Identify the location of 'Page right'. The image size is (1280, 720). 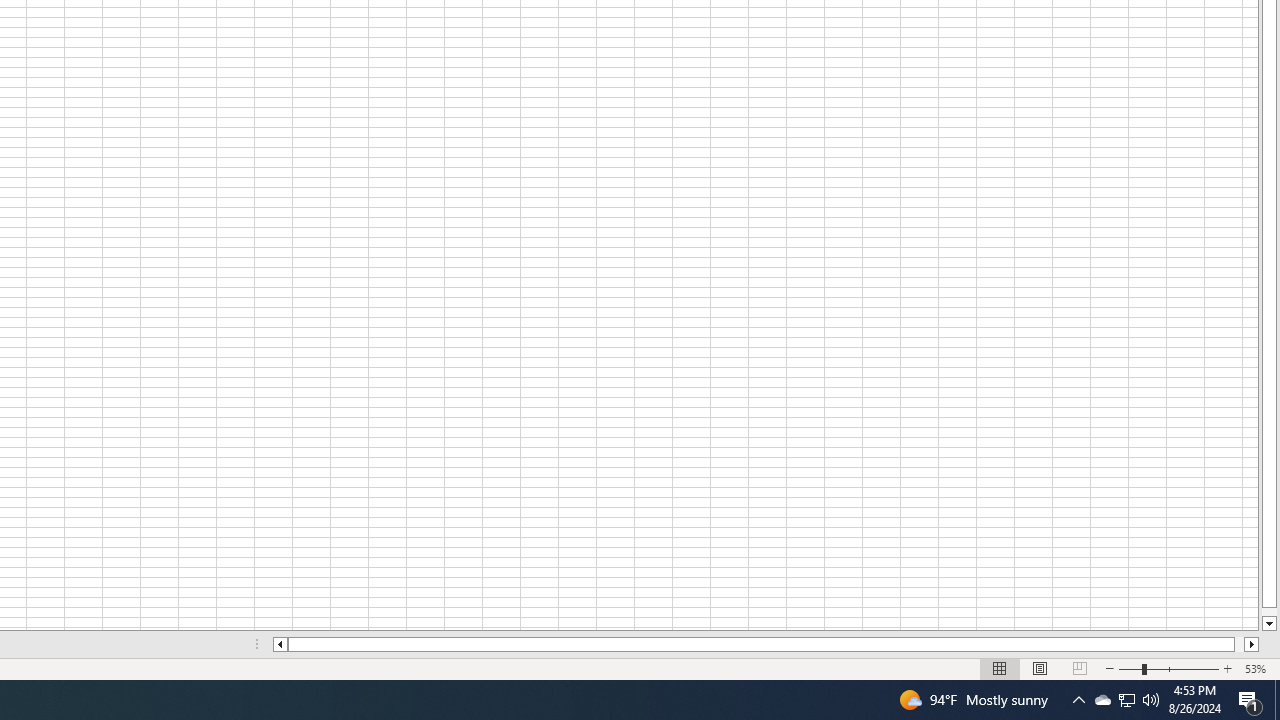
(1238, 644).